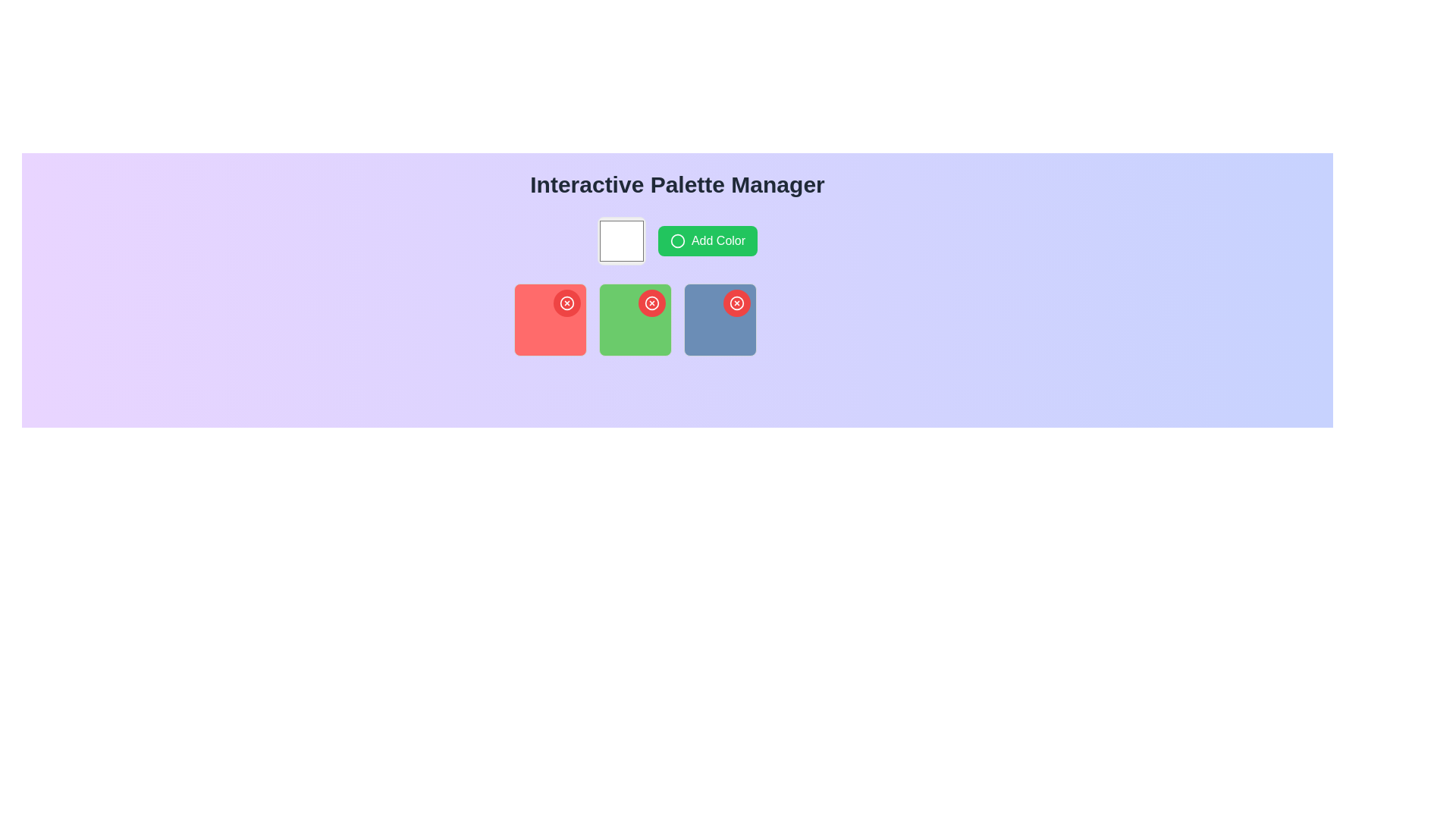 Image resolution: width=1456 pixels, height=819 pixels. Describe the element at coordinates (635, 318) in the screenshot. I see `the second color palette item in the grid layout by clicking on it` at that location.